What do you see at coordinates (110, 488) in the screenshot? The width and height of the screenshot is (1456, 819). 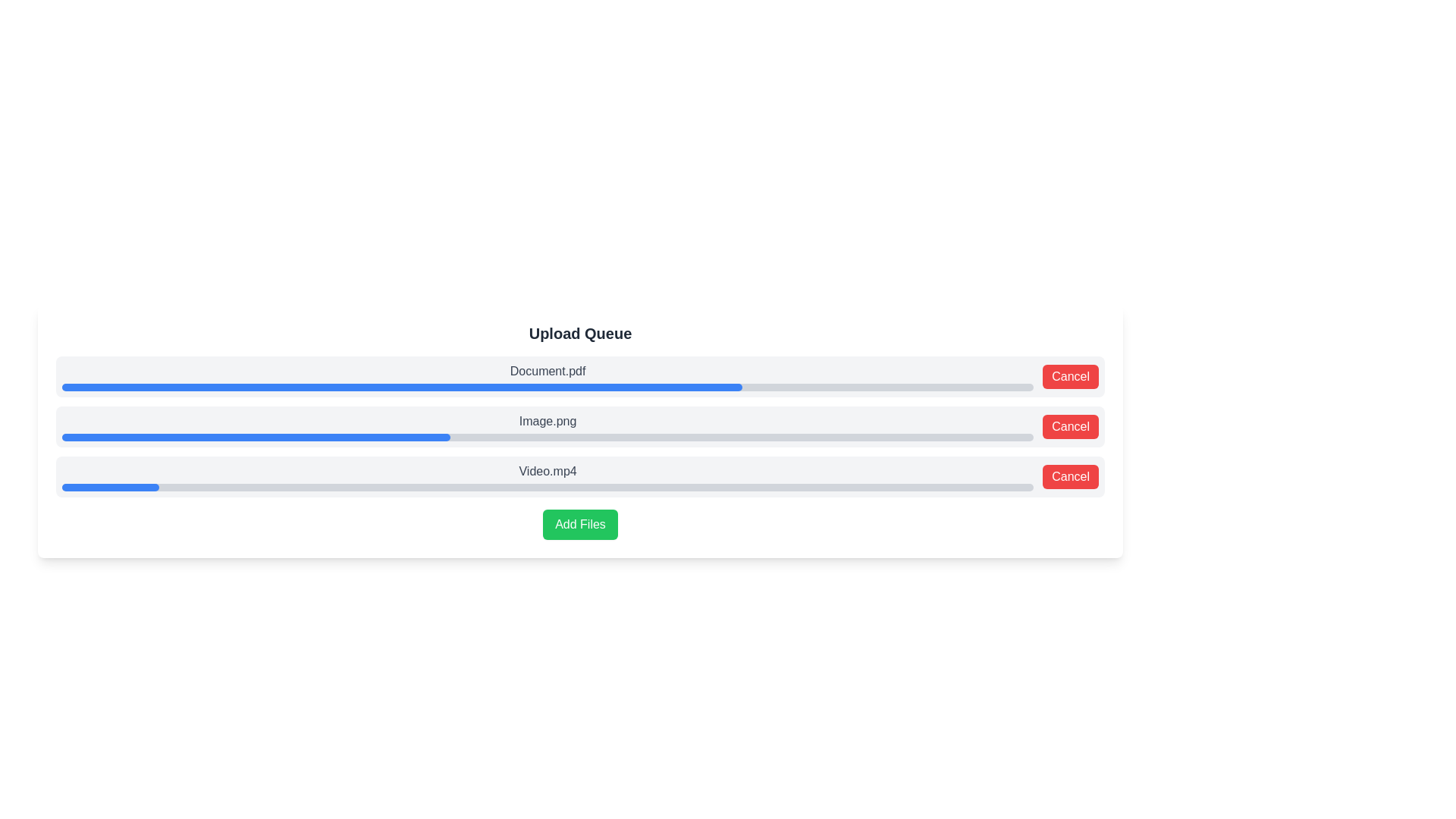 I see `the visual progress of the first blue segment of the progress bar located below 'Document.pdf' and 'Image.png', associated with 'Video.mp4'` at bounding box center [110, 488].